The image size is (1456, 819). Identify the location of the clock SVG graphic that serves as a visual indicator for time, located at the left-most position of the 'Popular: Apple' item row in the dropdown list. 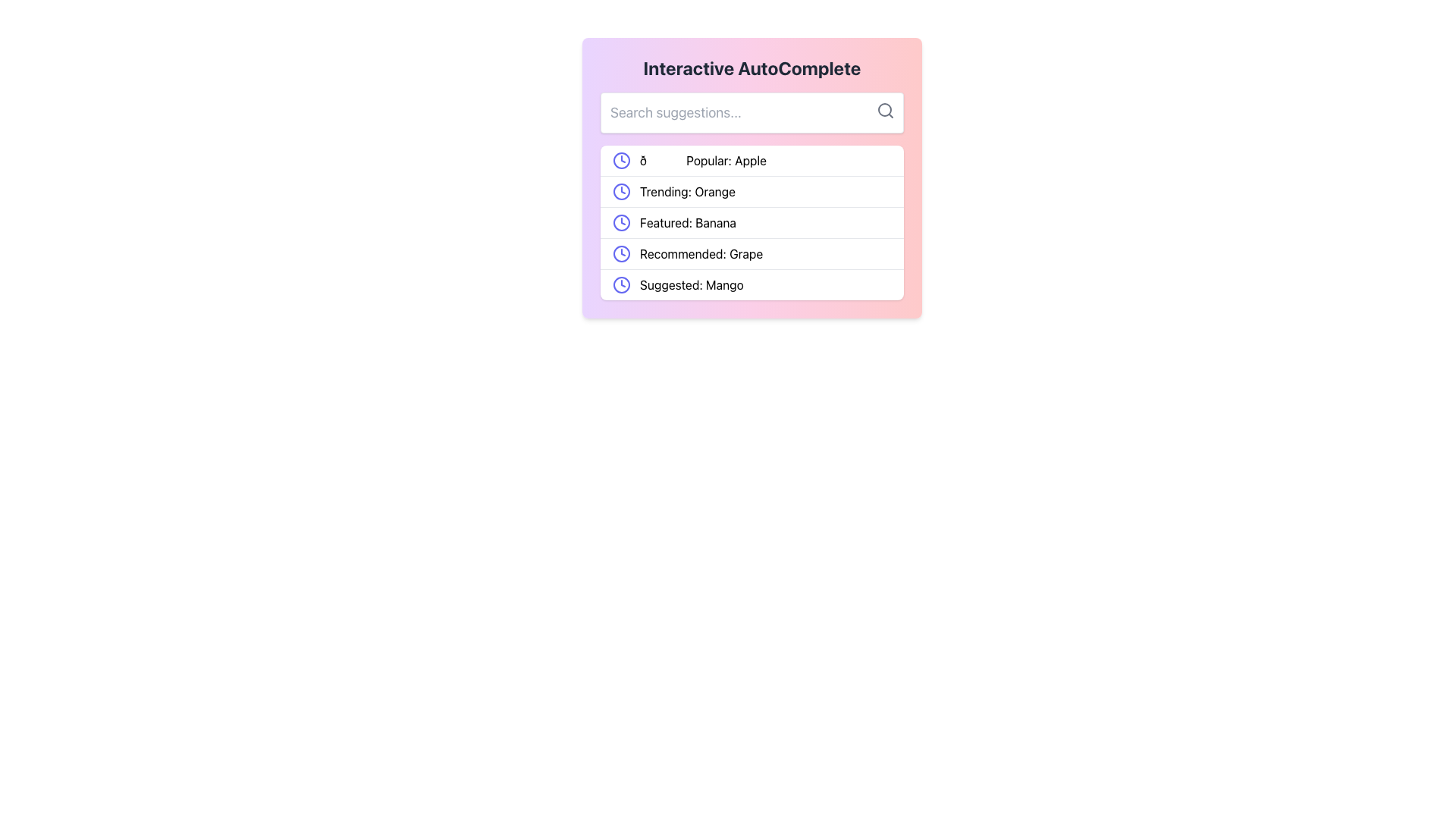
(622, 161).